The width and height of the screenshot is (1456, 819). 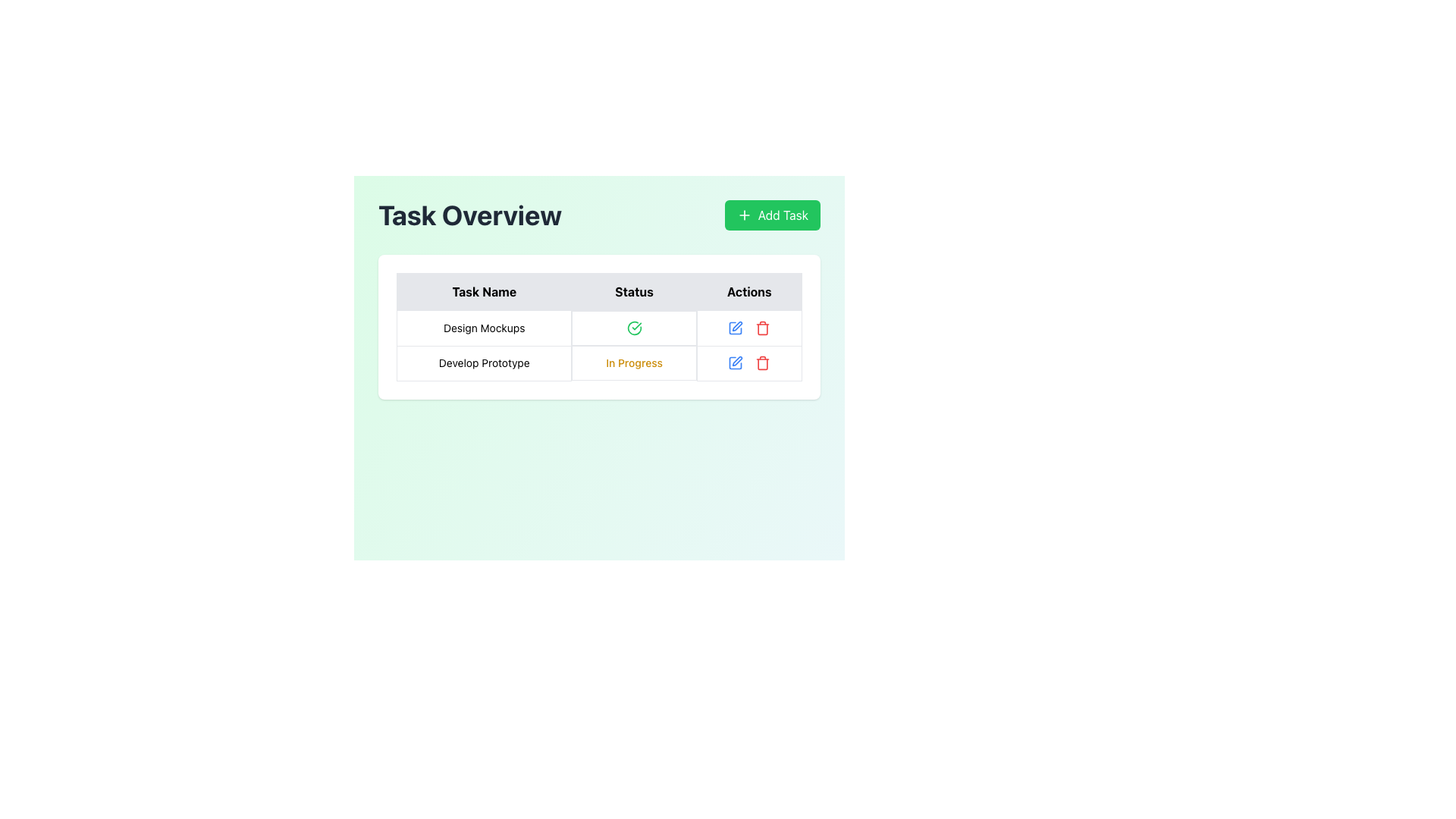 What do you see at coordinates (763, 327) in the screenshot?
I see `the delete icon button located in the rightmost part of the 'Actions' column in the second row of the task table labeled 'Develop Prototype'` at bounding box center [763, 327].